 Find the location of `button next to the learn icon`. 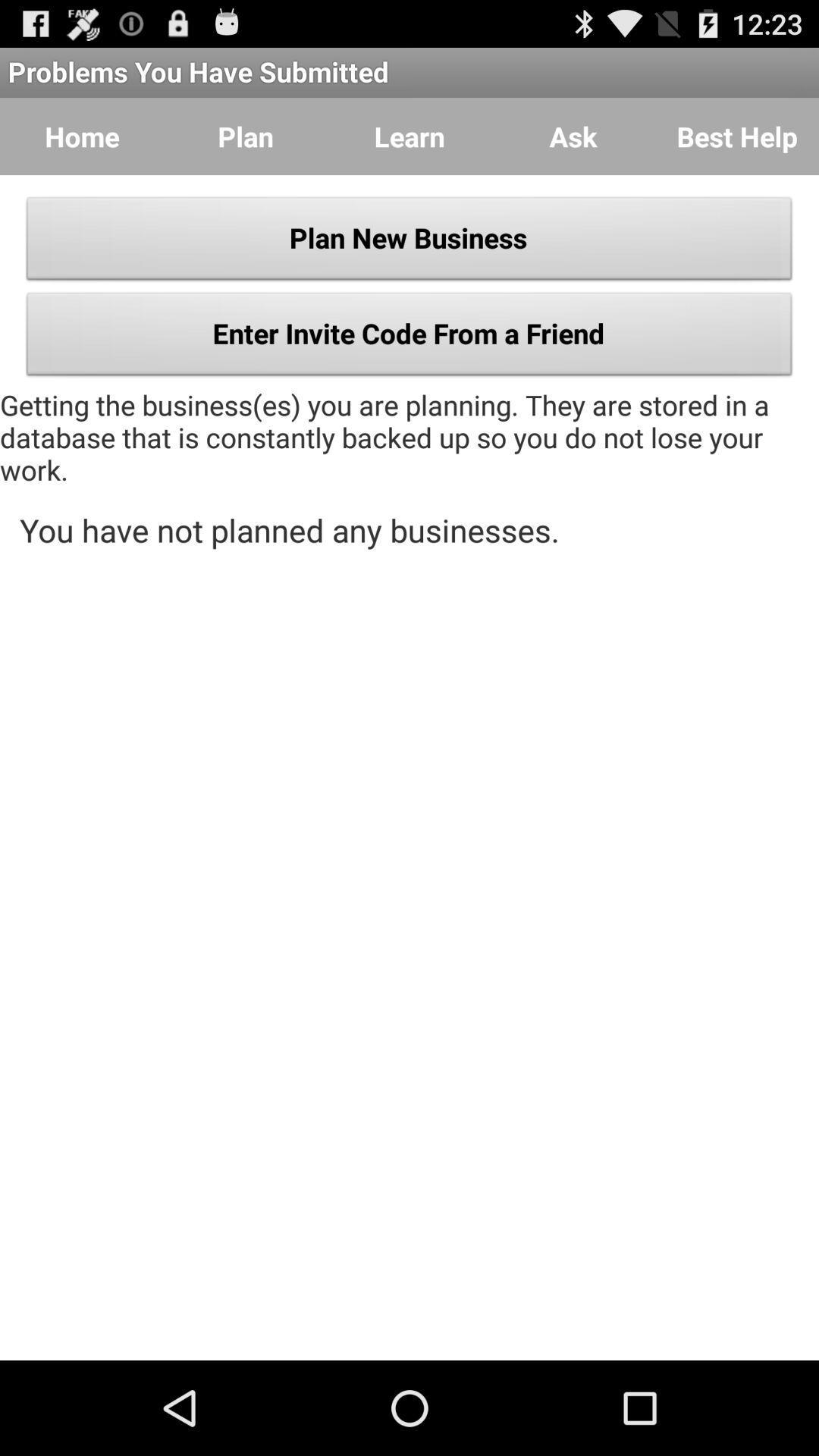

button next to the learn icon is located at coordinates (573, 136).